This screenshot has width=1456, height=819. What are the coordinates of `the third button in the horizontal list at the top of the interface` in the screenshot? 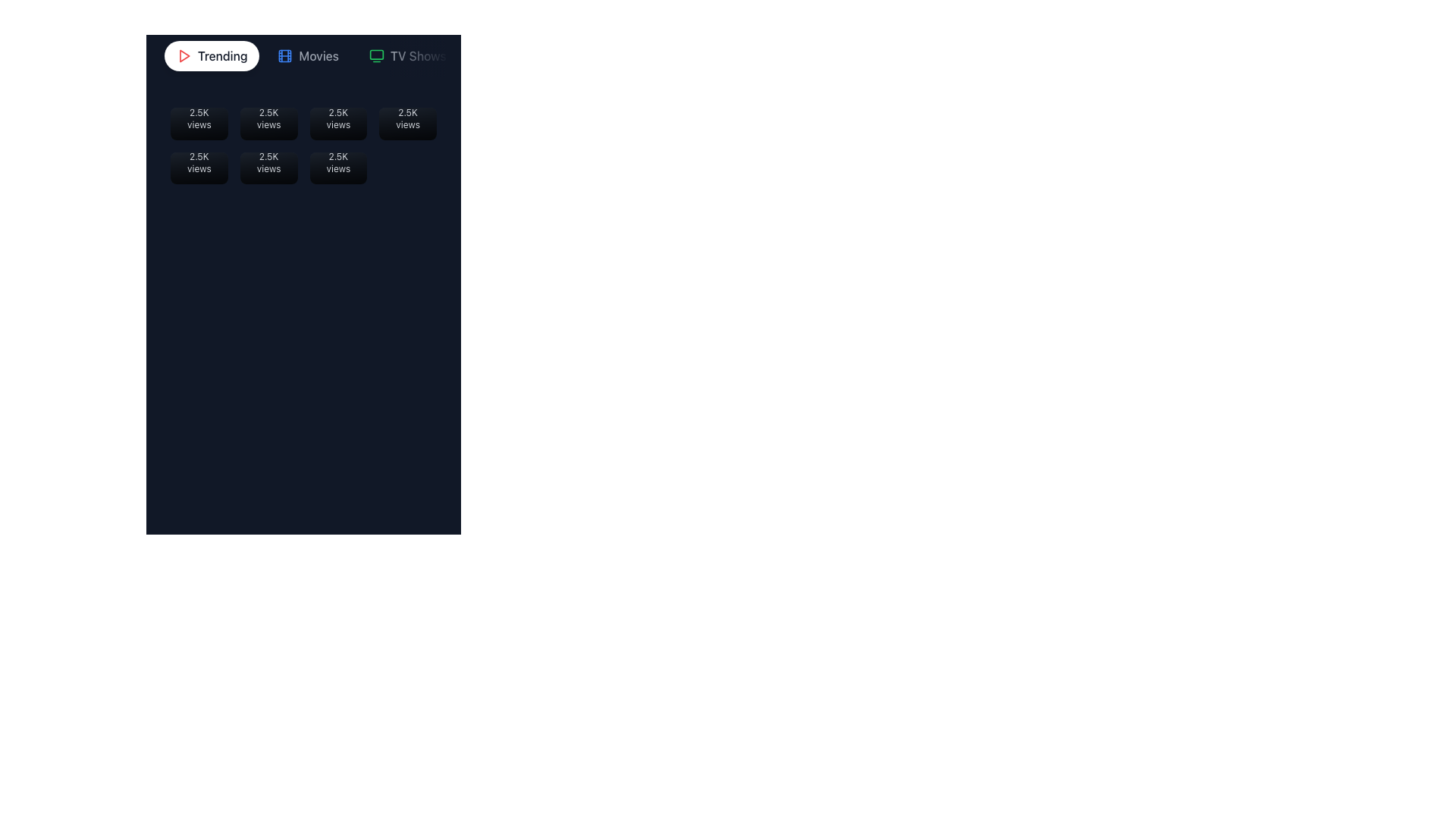 It's located at (407, 55).